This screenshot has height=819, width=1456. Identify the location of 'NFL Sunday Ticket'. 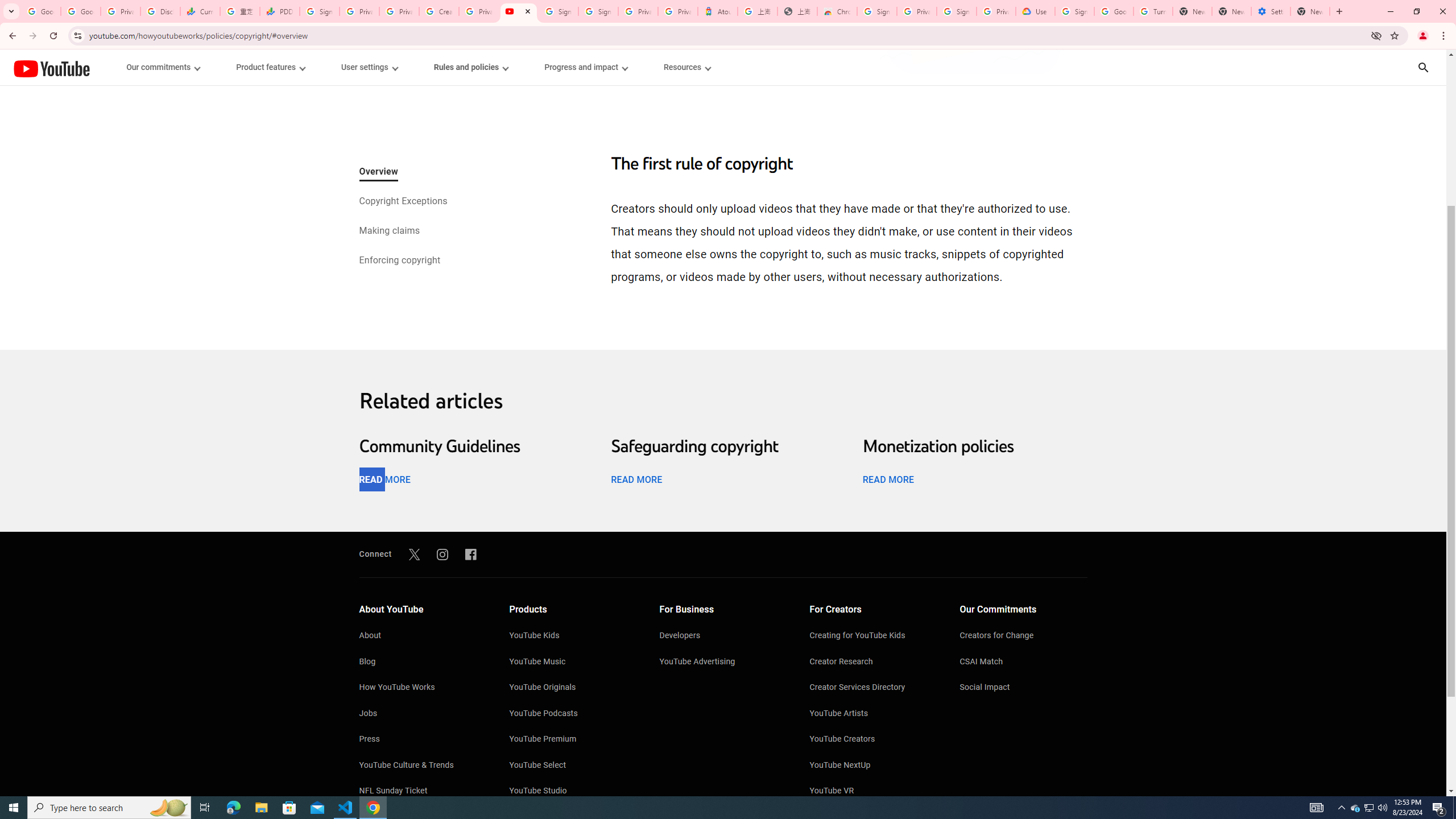
(421, 791).